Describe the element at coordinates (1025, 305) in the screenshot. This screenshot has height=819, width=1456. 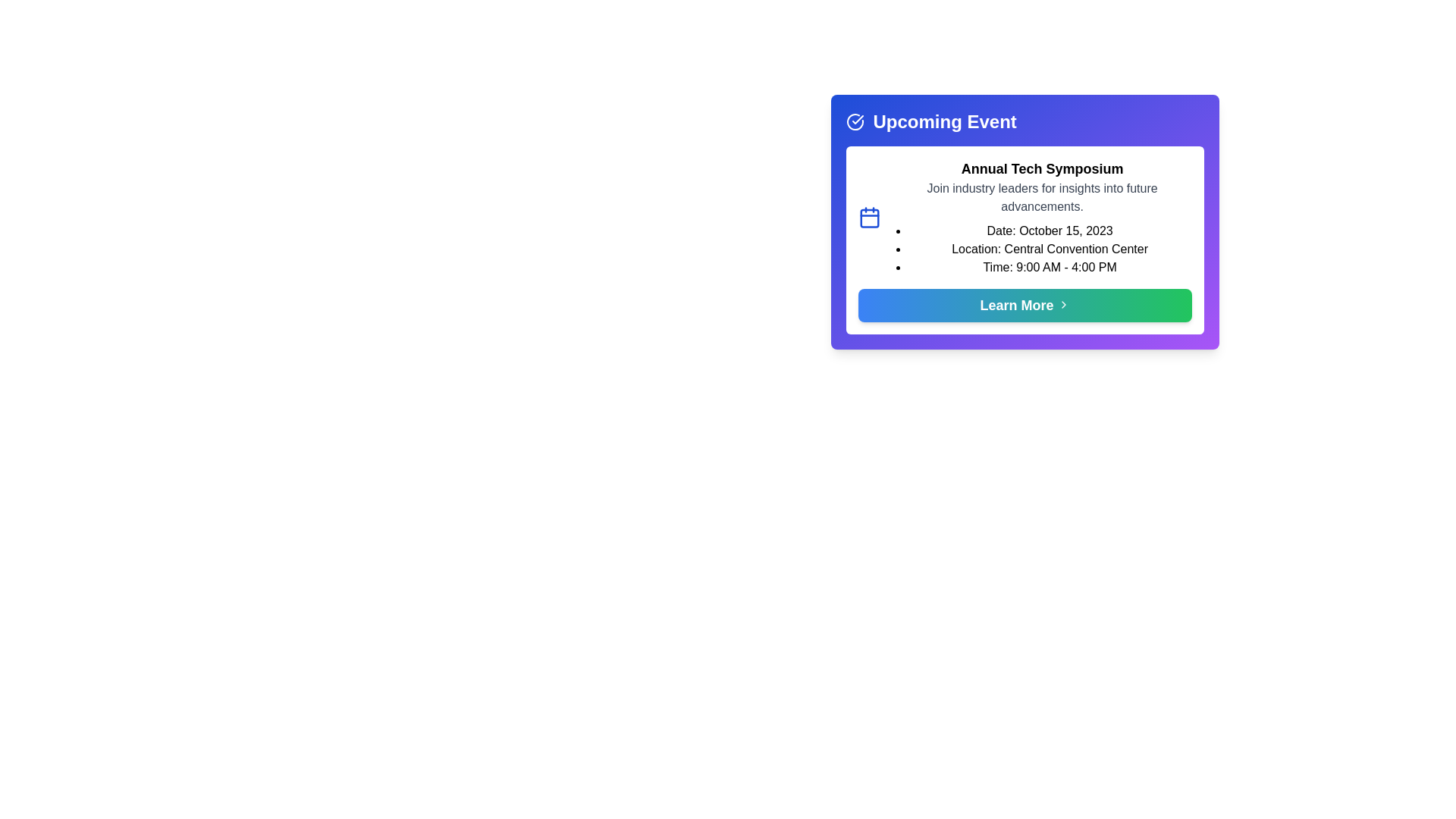
I see `'Learn More' button to navigate to more event details` at that location.